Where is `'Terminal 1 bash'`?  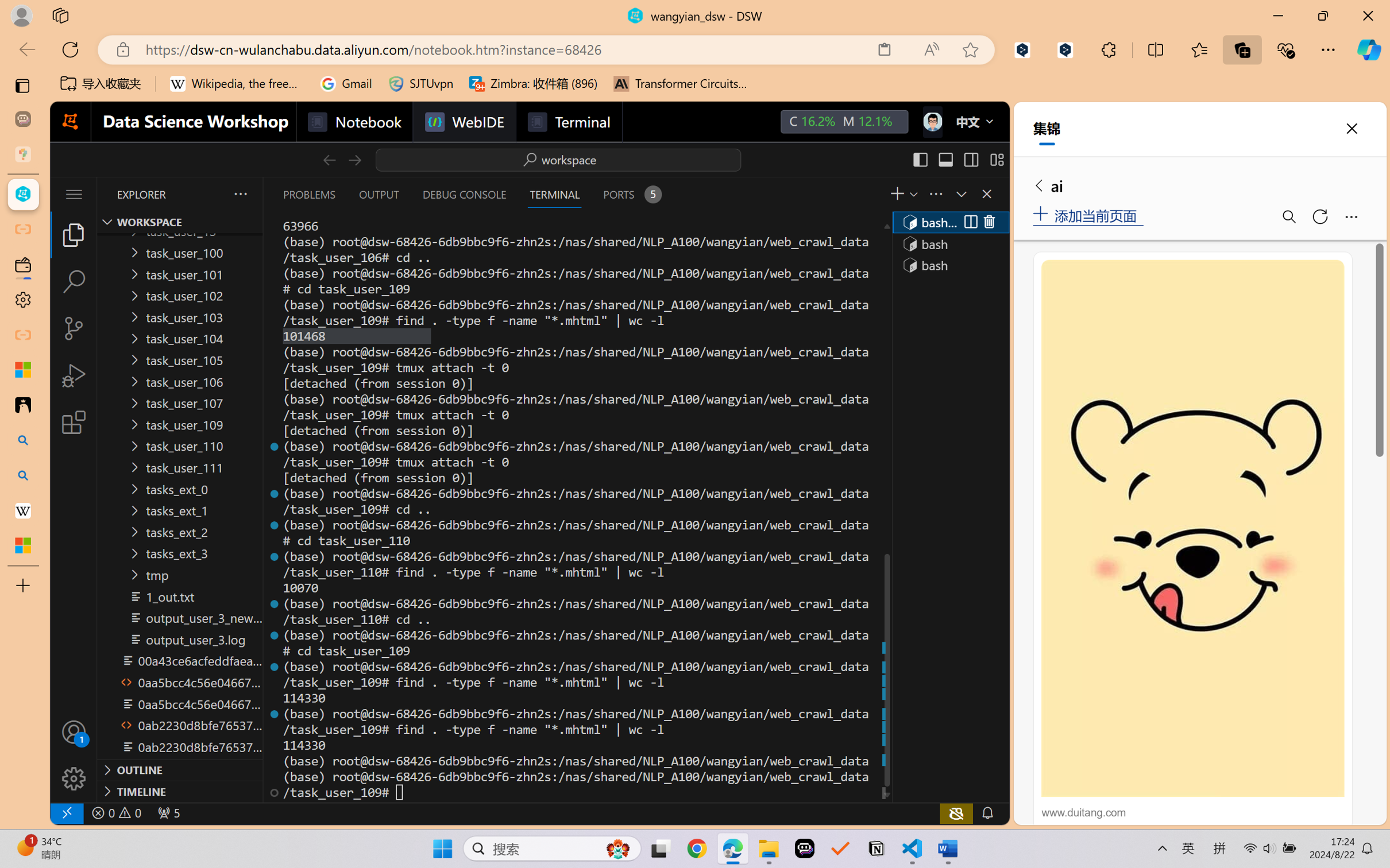
'Terminal 1 bash' is located at coordinates (949, 222).